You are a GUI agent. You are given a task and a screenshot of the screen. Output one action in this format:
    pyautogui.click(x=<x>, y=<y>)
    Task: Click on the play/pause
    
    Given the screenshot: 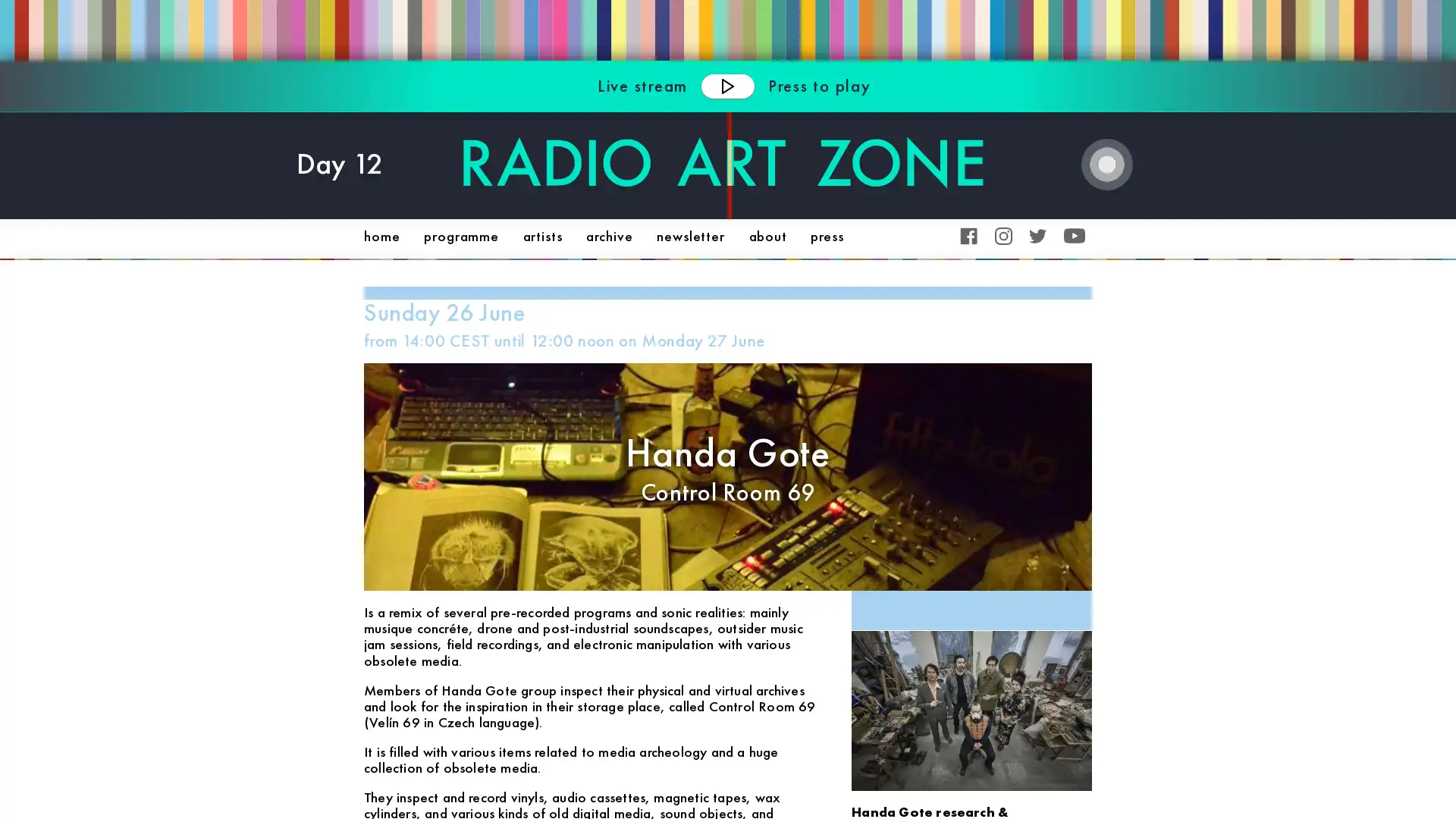 What is the action you would take?
    pyautogui.click(x=726, y=85)
    